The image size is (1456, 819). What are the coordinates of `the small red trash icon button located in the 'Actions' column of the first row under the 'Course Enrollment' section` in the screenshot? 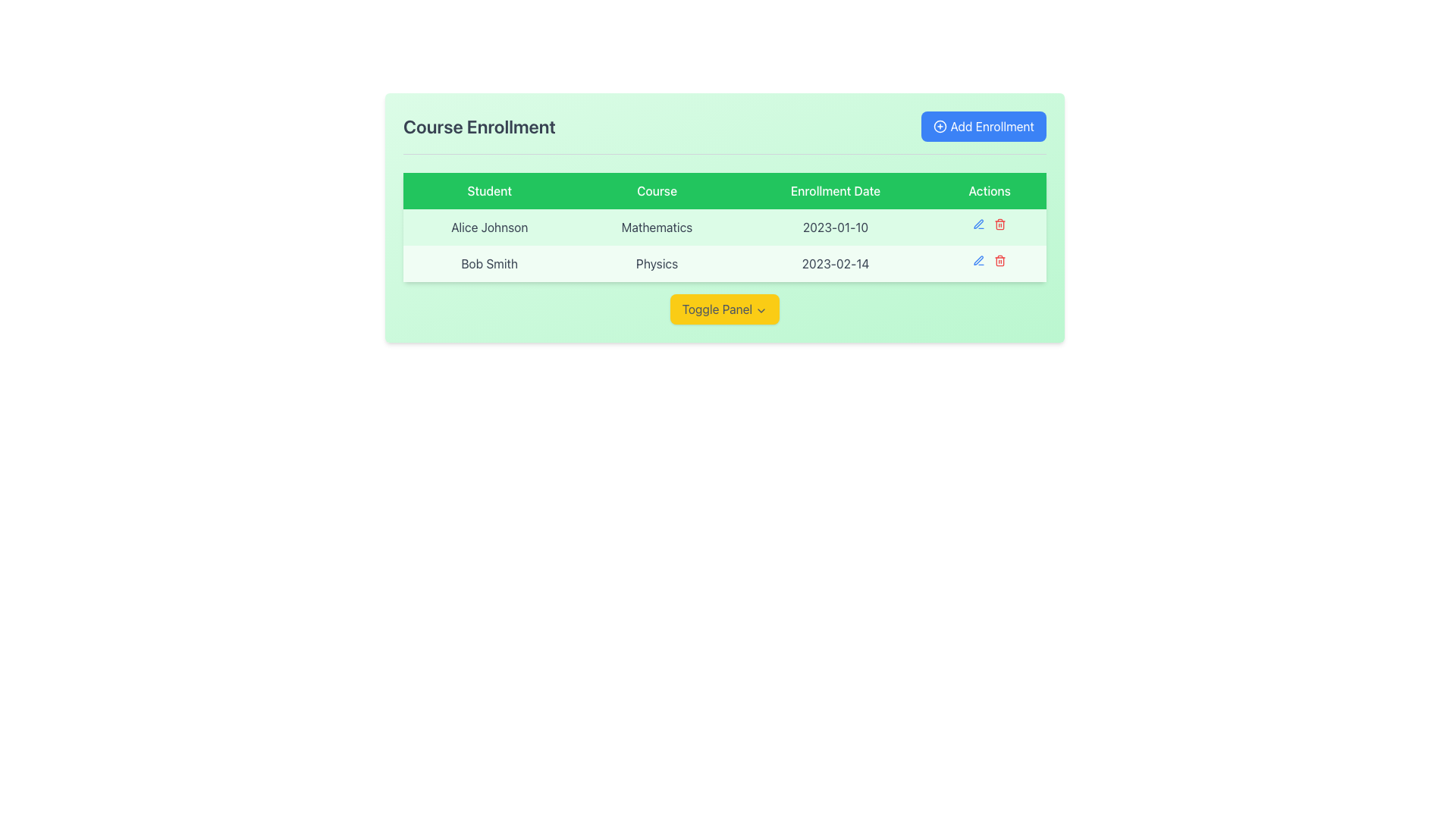 It's located at (1000, 224).